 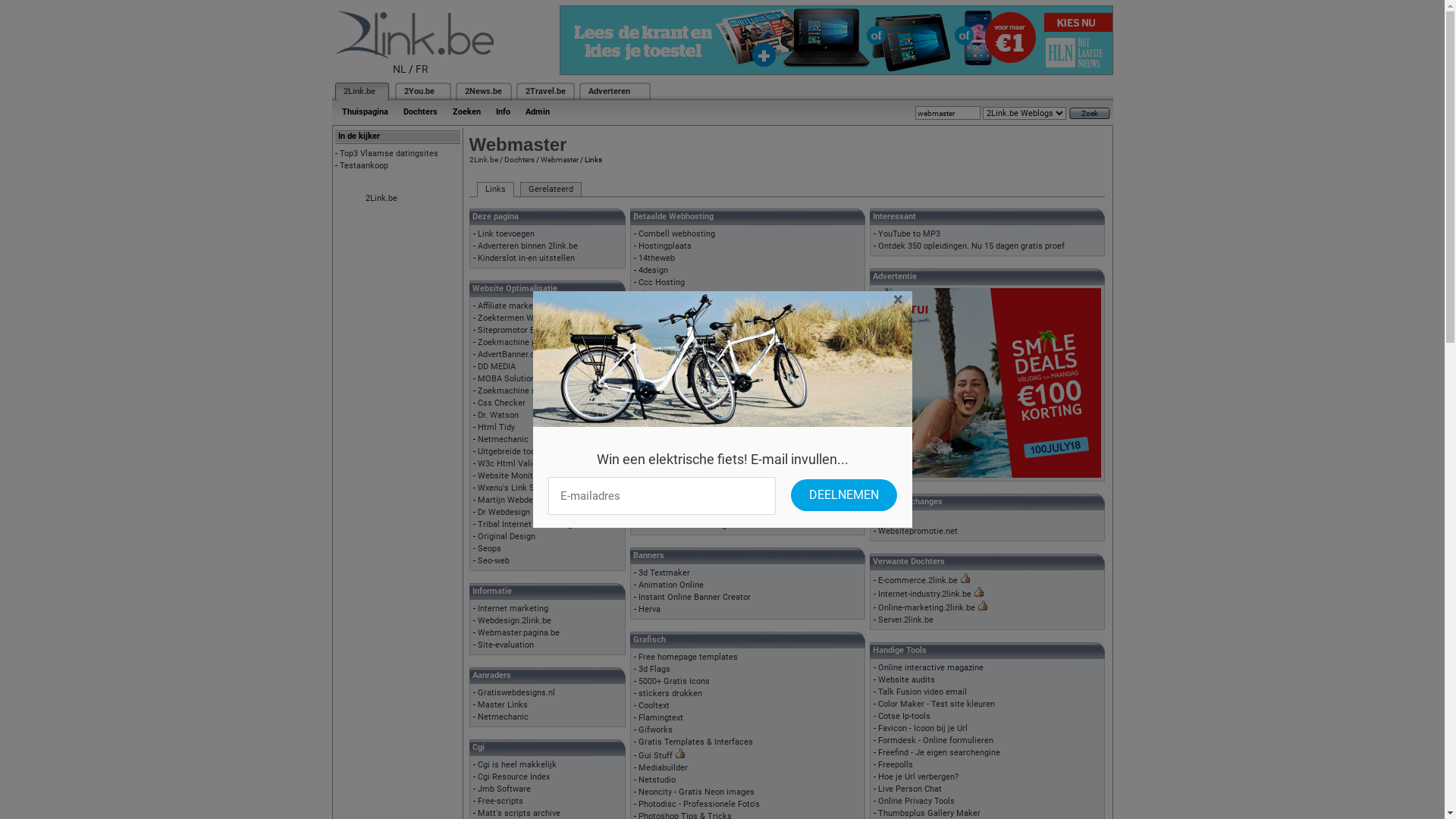 What do you see at coordinates (537, 111) in the screenshot?
I see `'Admin'` at bounding box center [537, 111].